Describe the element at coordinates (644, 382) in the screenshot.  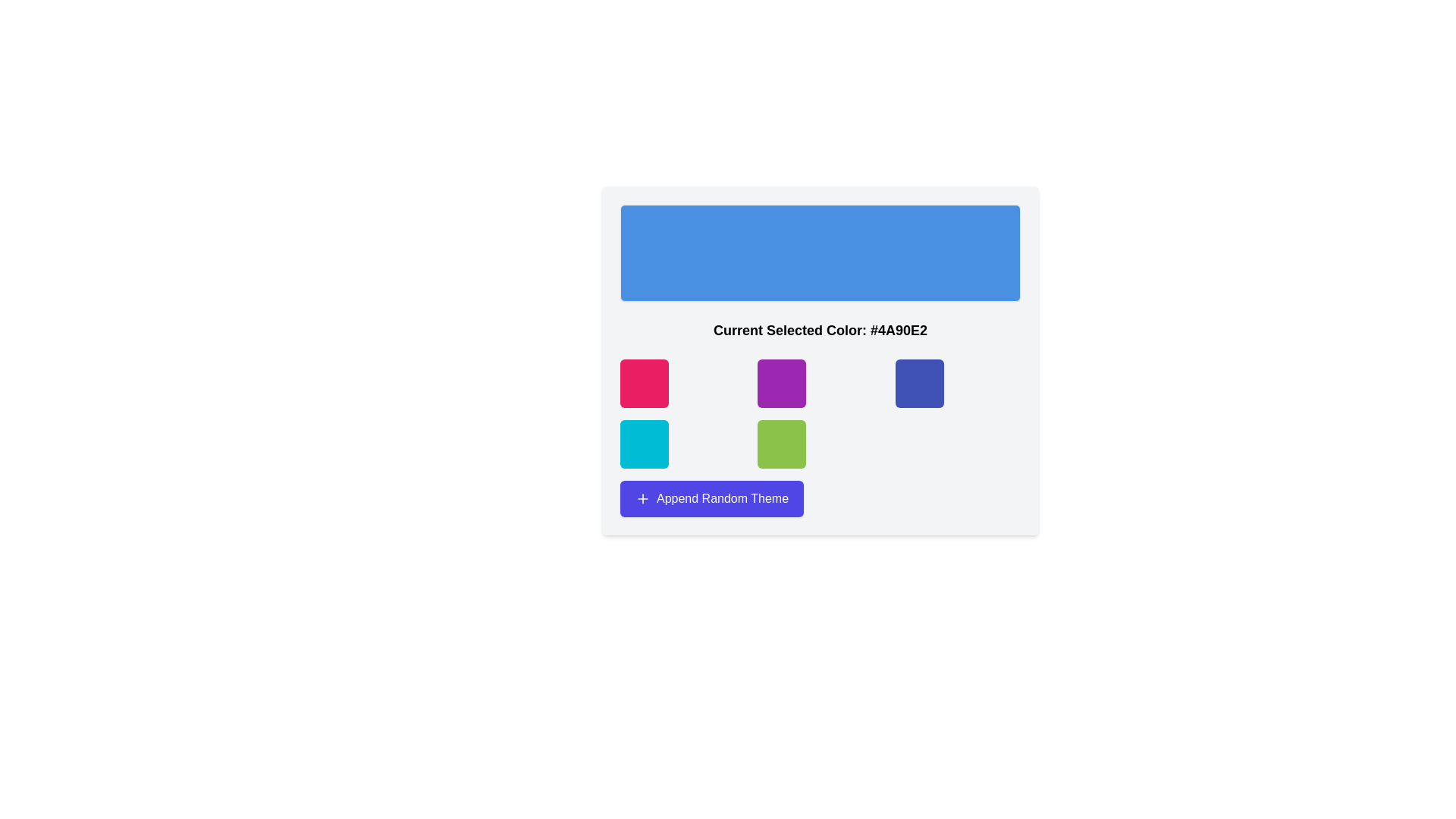
I see `the interactive square box with rounded corners and a solid pink background` at that location.